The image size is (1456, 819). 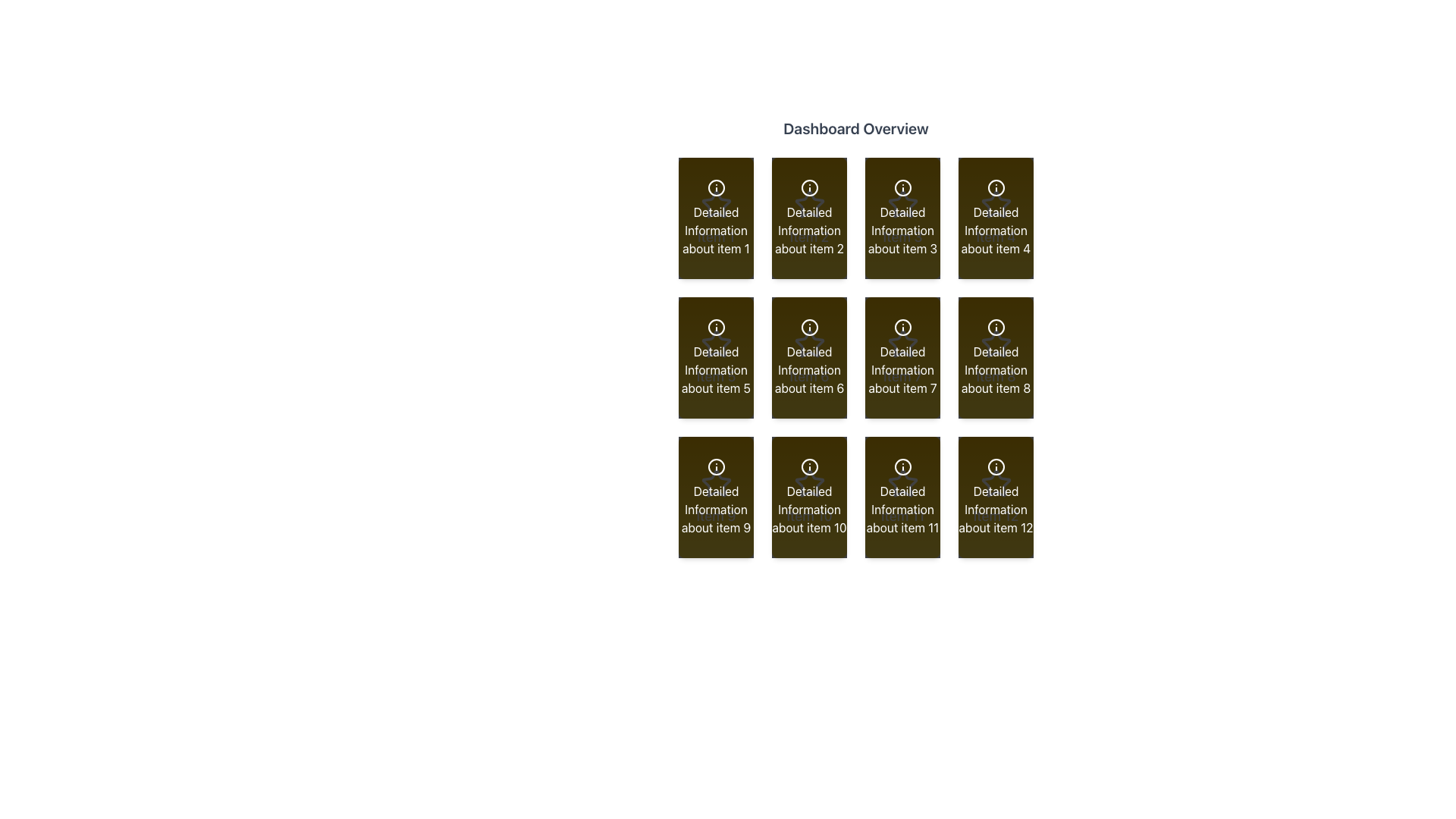 What do you see at coordinates (902, 370) in the screenshot?
I see `the label that provides additional information about a specific item in the center row of a 3x4 grid layout, specifically at the third position from the left` at bounding box center [902, 370].